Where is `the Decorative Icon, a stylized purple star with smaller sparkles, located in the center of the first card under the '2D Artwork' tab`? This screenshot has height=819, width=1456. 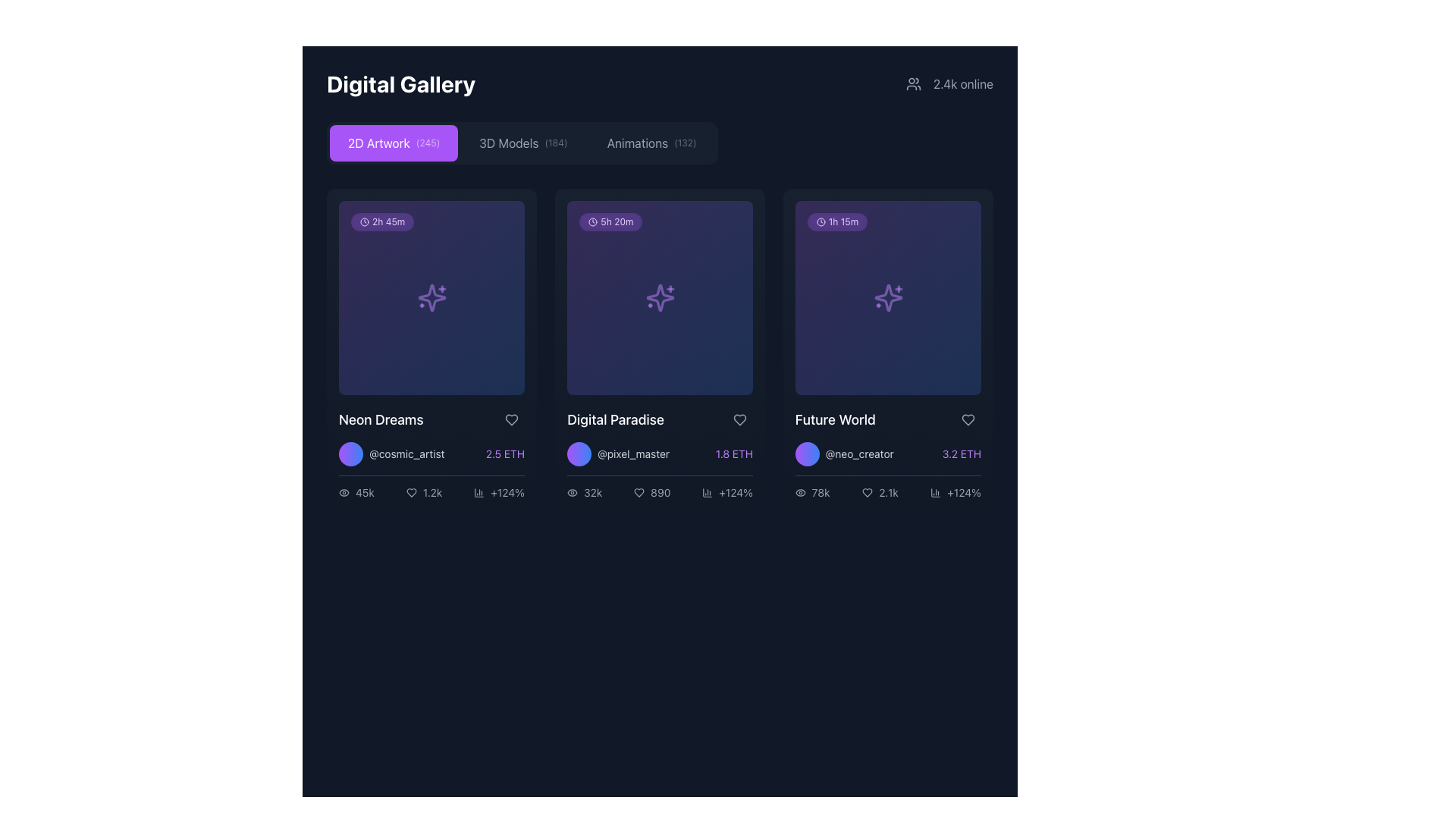
the Decorative Icon, a stylized purple star with smaller sparkles, located in the center of the first card under the '2D Artwork' tab is located at coordinates (431, 298).